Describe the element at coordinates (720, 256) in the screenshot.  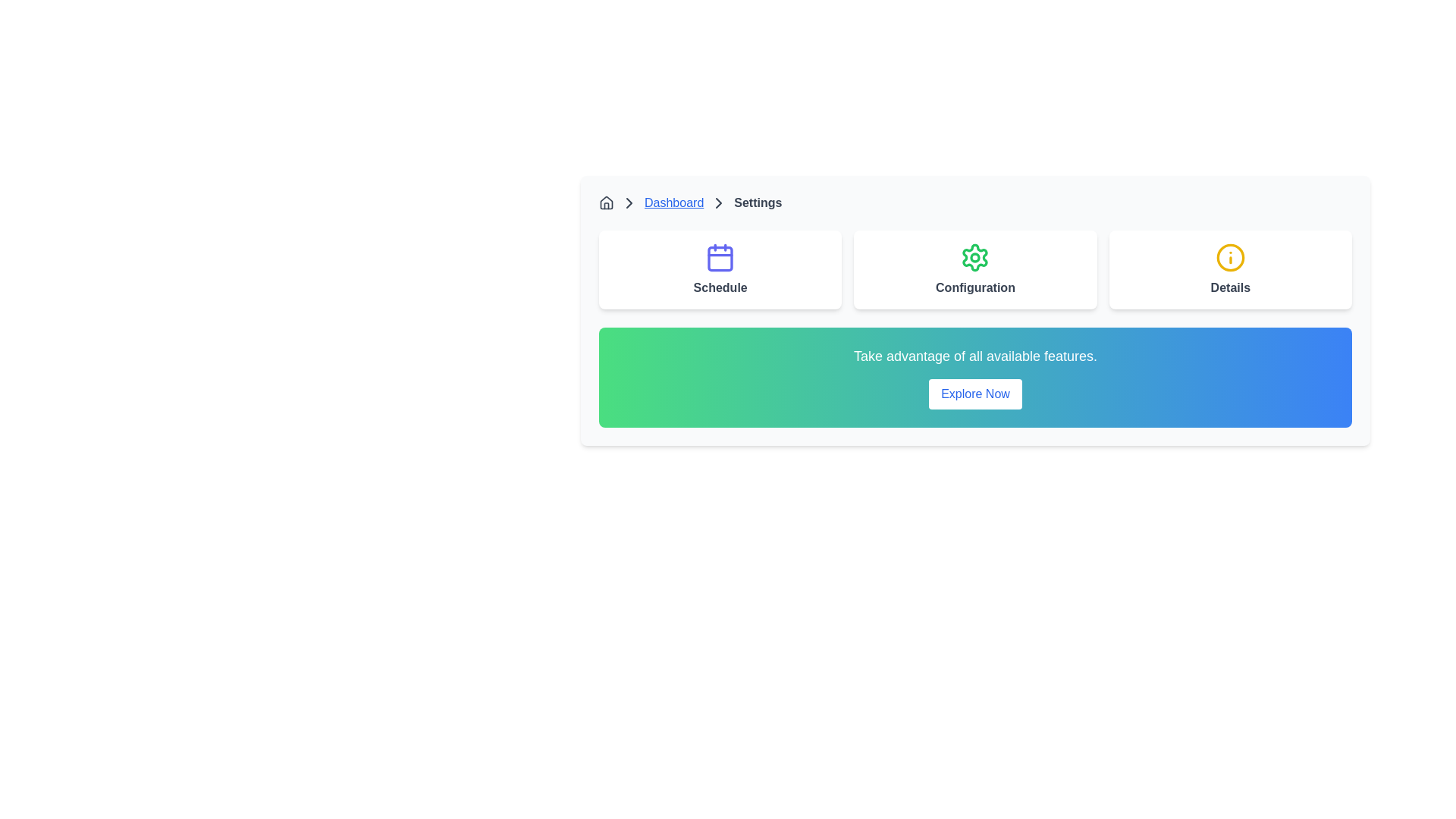
I see `the calendar icon located within the 'Schedule' card` at that location.